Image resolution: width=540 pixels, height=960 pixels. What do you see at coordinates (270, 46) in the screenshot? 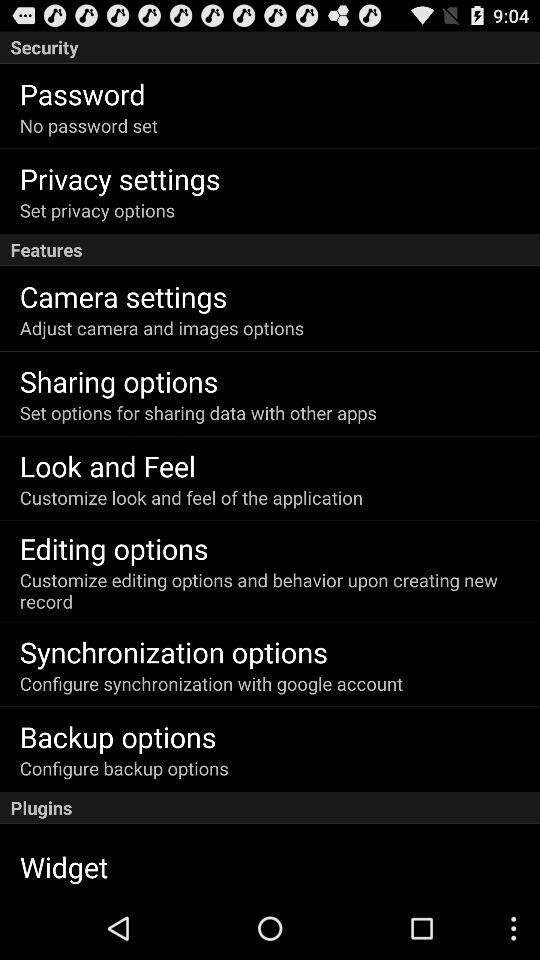
I see `security` at bounding box center [270, 46].